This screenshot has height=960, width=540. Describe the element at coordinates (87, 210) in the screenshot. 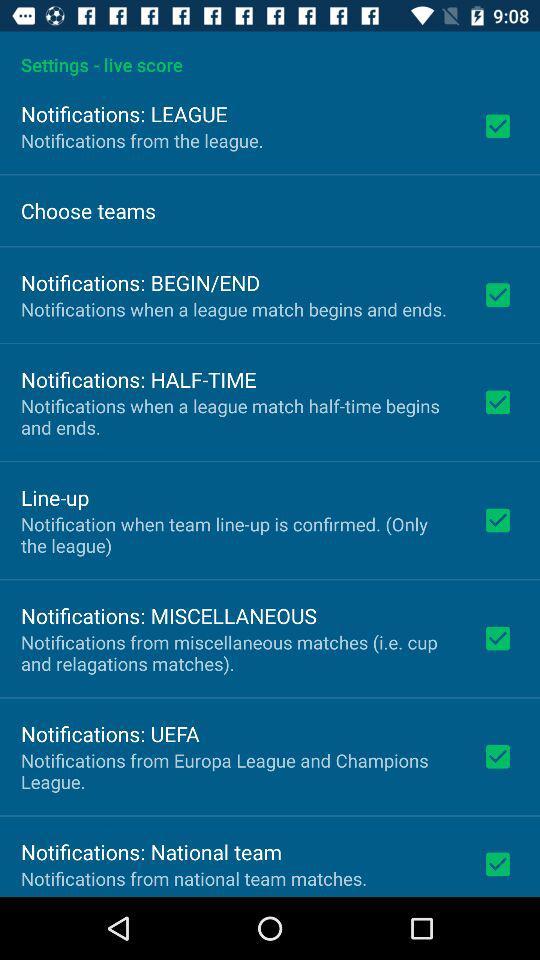

I see `the choose teams icon` at that location.